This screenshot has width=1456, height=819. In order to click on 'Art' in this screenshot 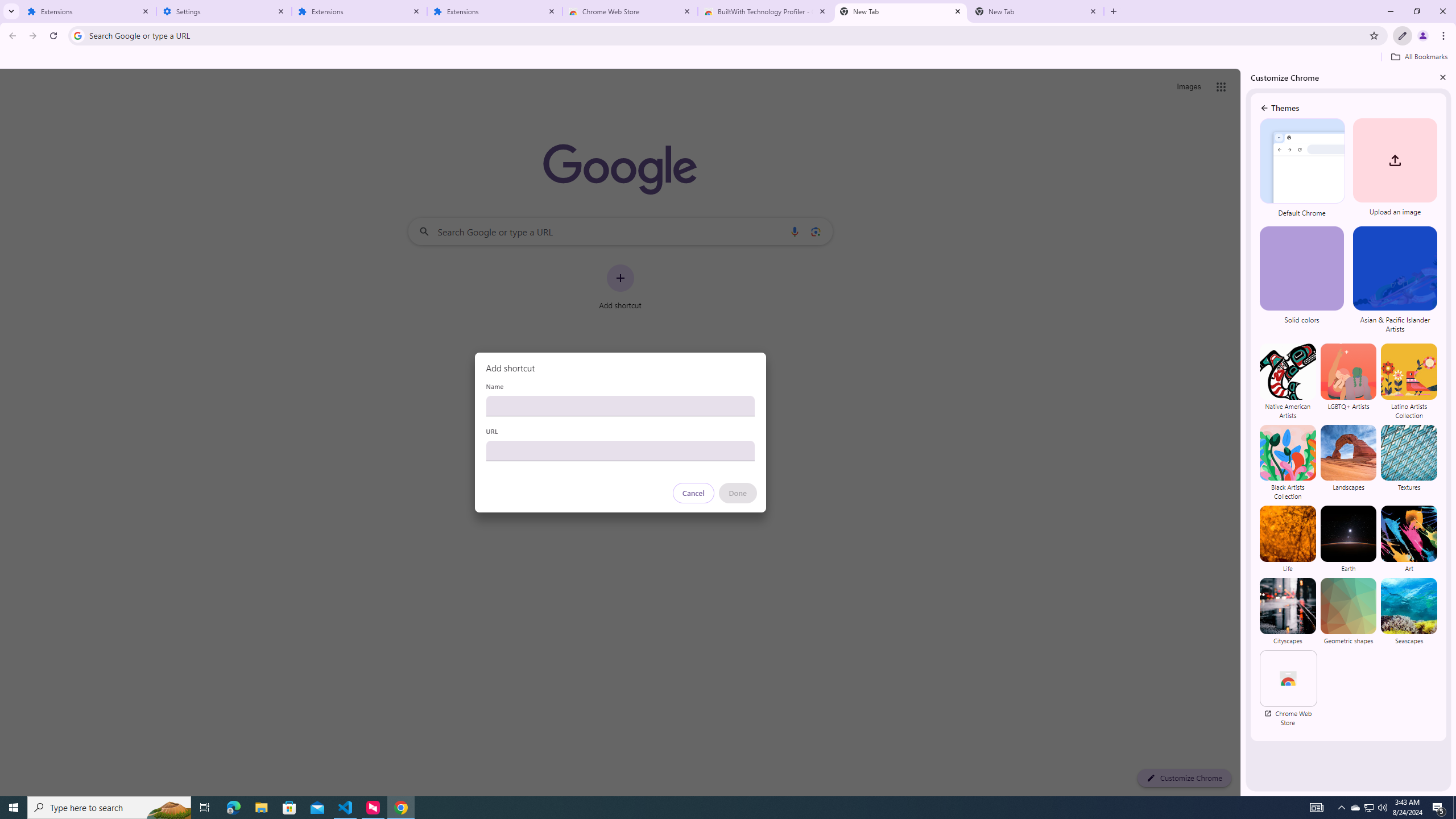, I will do `click(1408, 539)`.